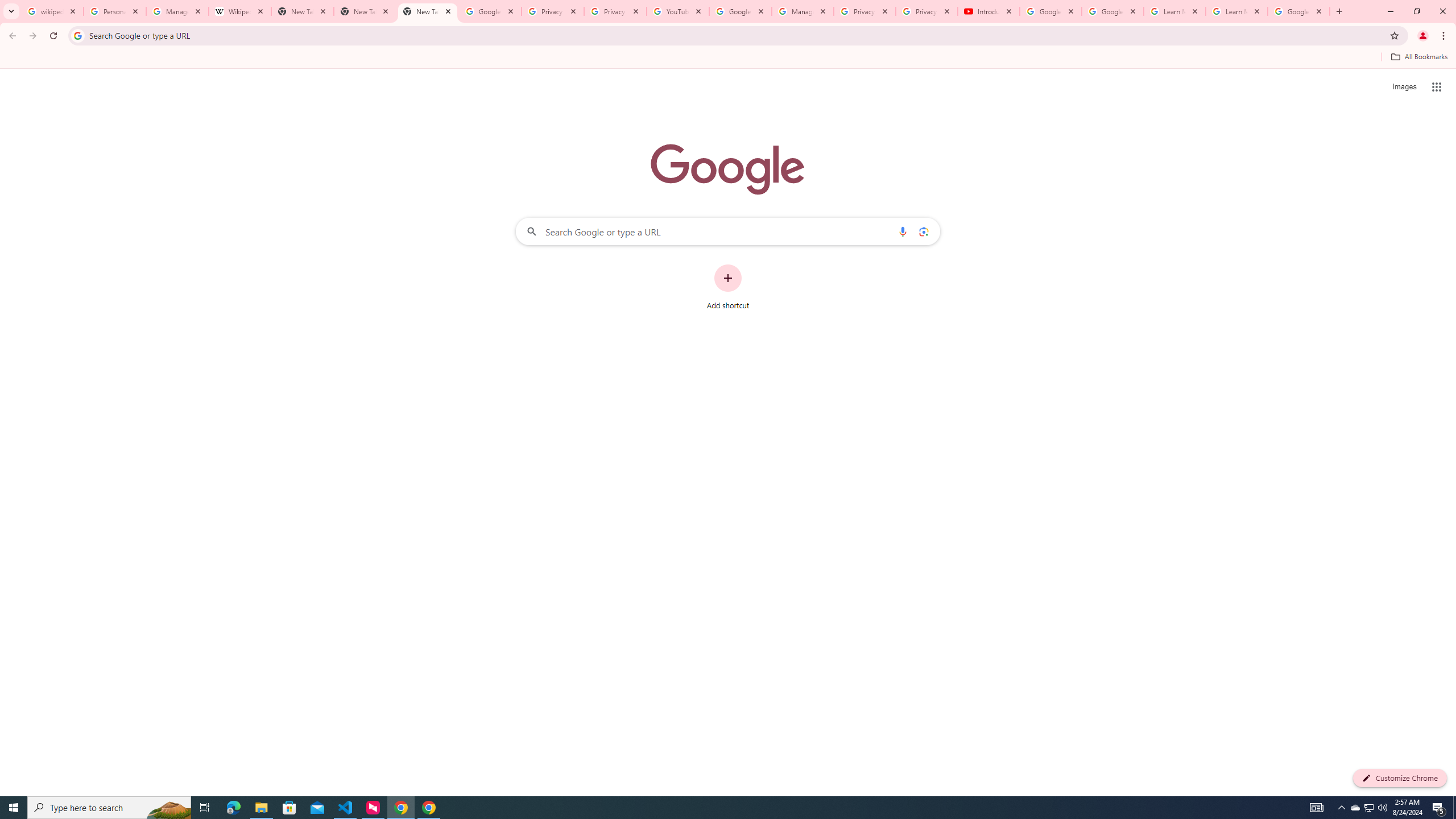 The image size is (1456, 819). Describe the element at coordinates (677, 11) in the screenshot. I see `'YouTube'` at that location.